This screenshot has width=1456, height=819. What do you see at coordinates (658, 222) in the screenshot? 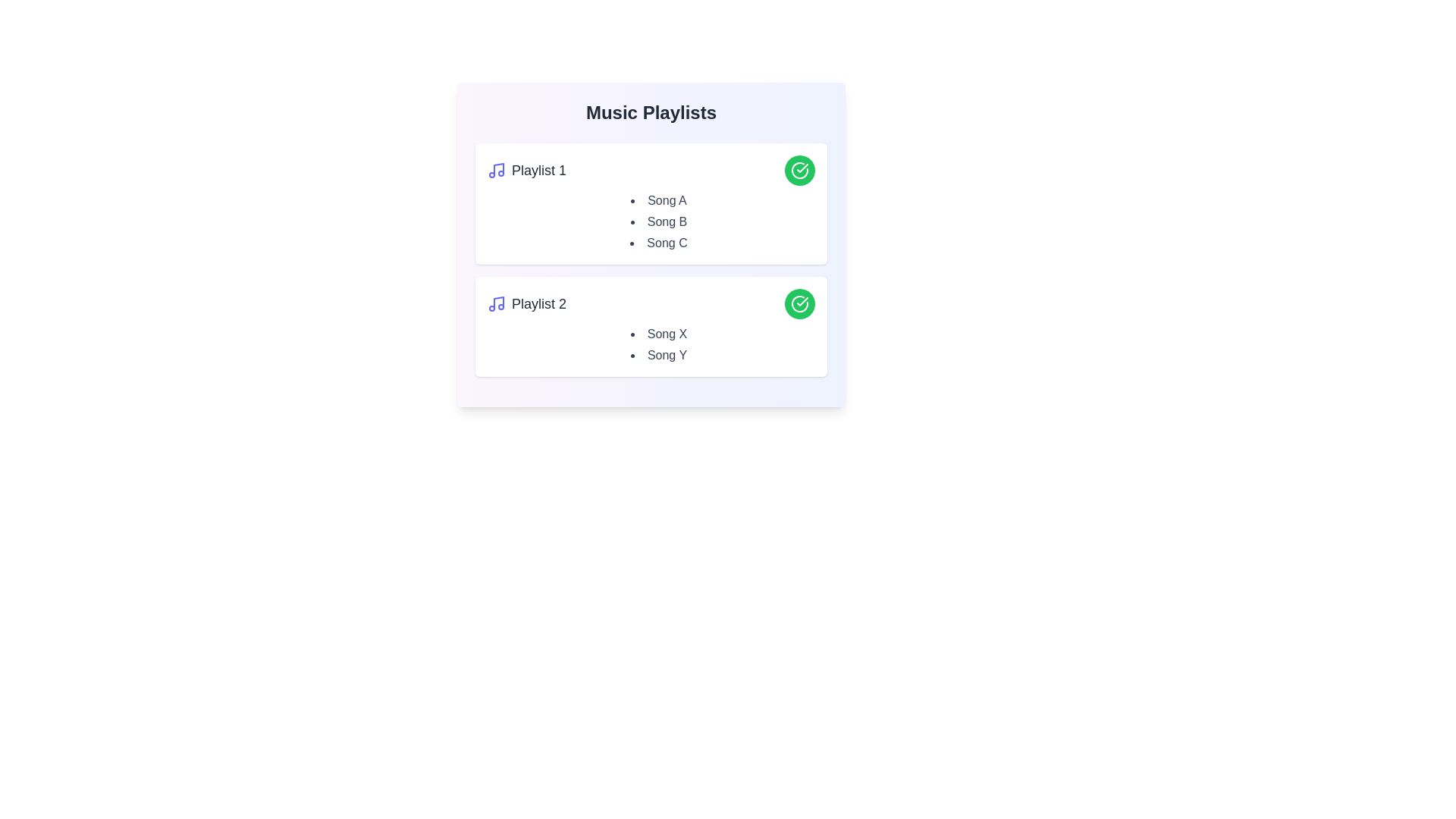
I see `the song Song B to observe its hover effect` at bounding box center [658, 222].